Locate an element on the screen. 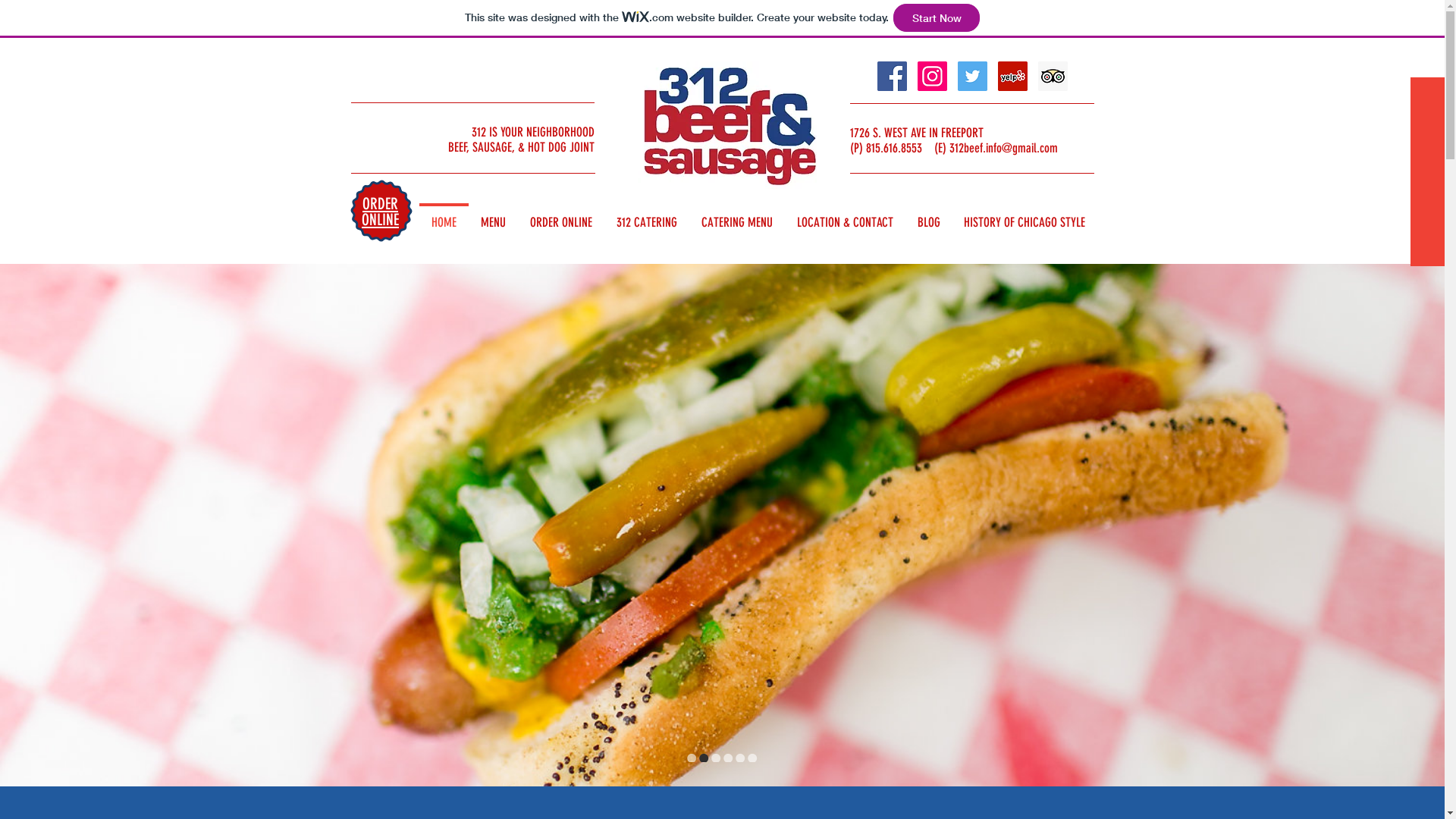 The width and height of the screenshot is (1456, 819). 'ONLINE' is located at coordinates (380, 219).